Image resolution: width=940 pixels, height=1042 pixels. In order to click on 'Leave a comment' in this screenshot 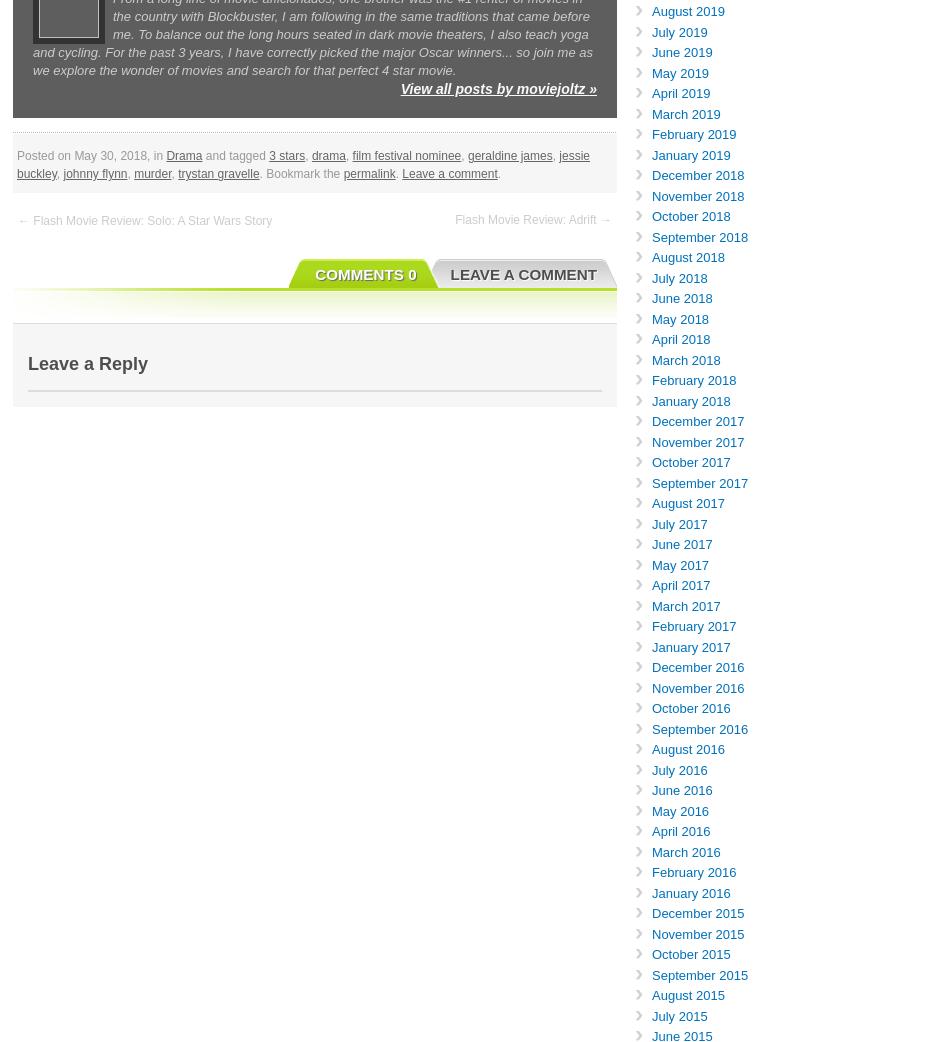, I will do `click(448, 173)`.